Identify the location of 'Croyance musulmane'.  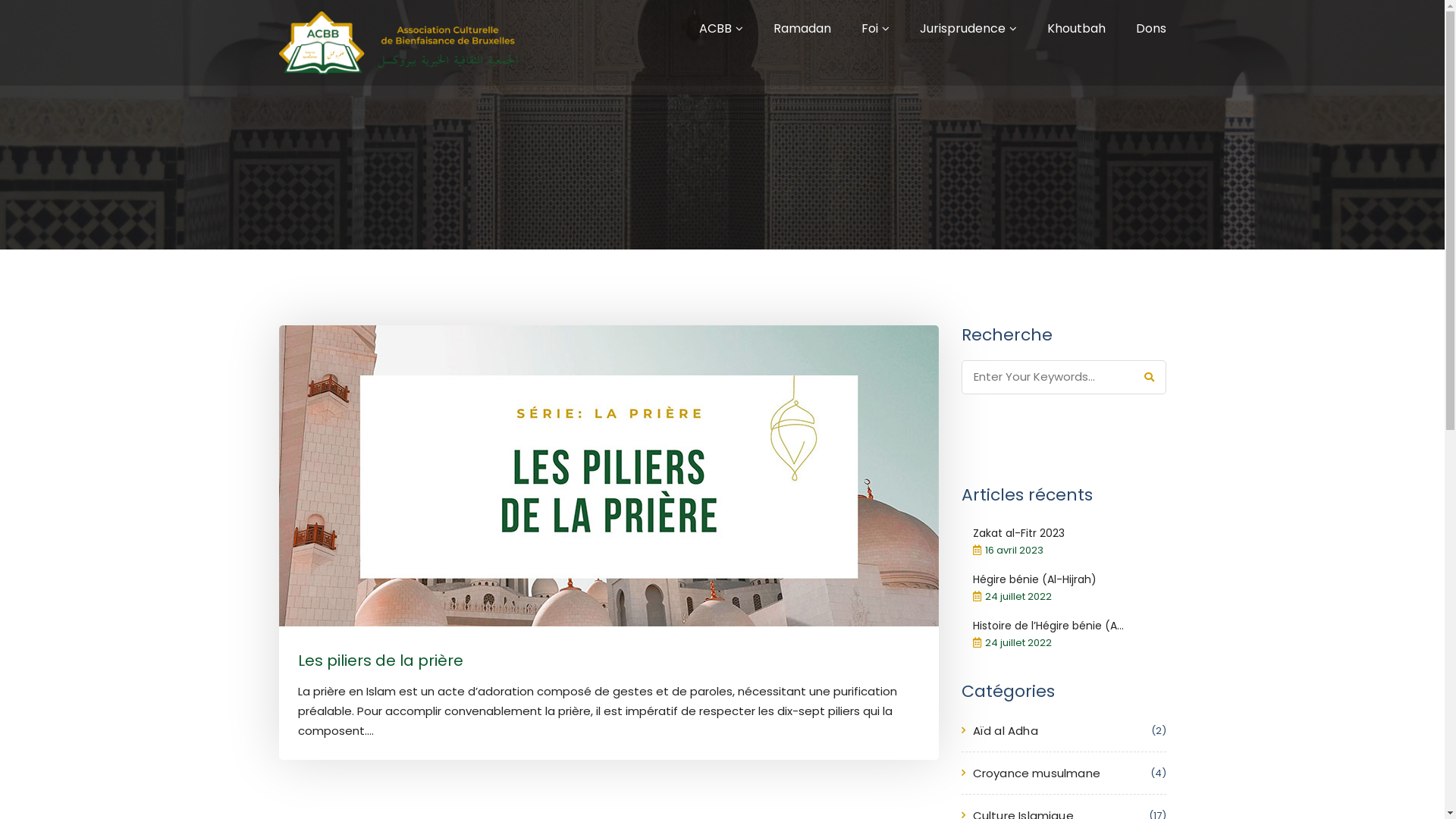
(1035, 773).